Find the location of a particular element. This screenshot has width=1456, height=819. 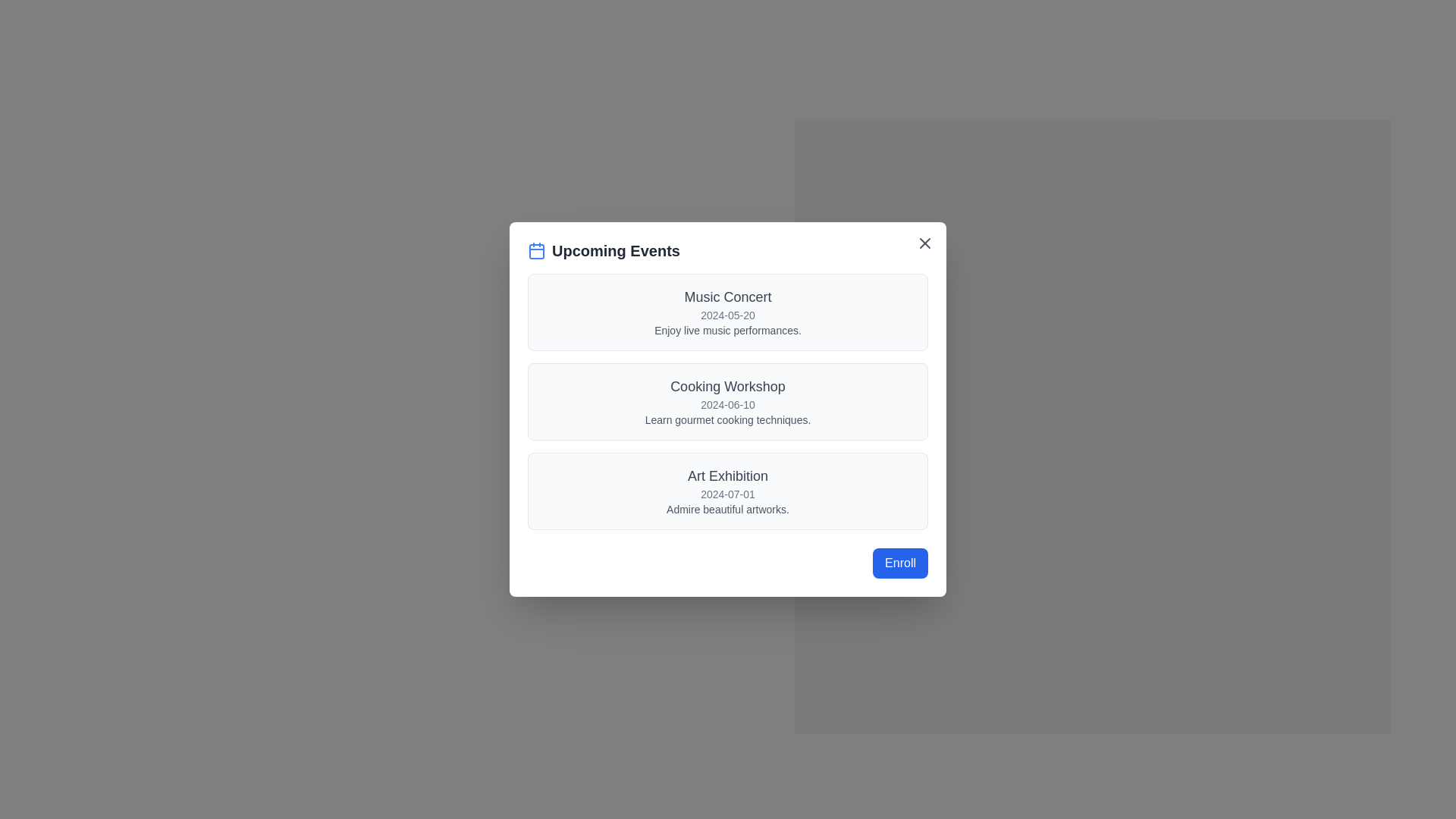

the text label reading 'Music Concert' which is centrally aligned within a card section in the 'Upcoming Events' dialog box is located at coordinates (728, 297).